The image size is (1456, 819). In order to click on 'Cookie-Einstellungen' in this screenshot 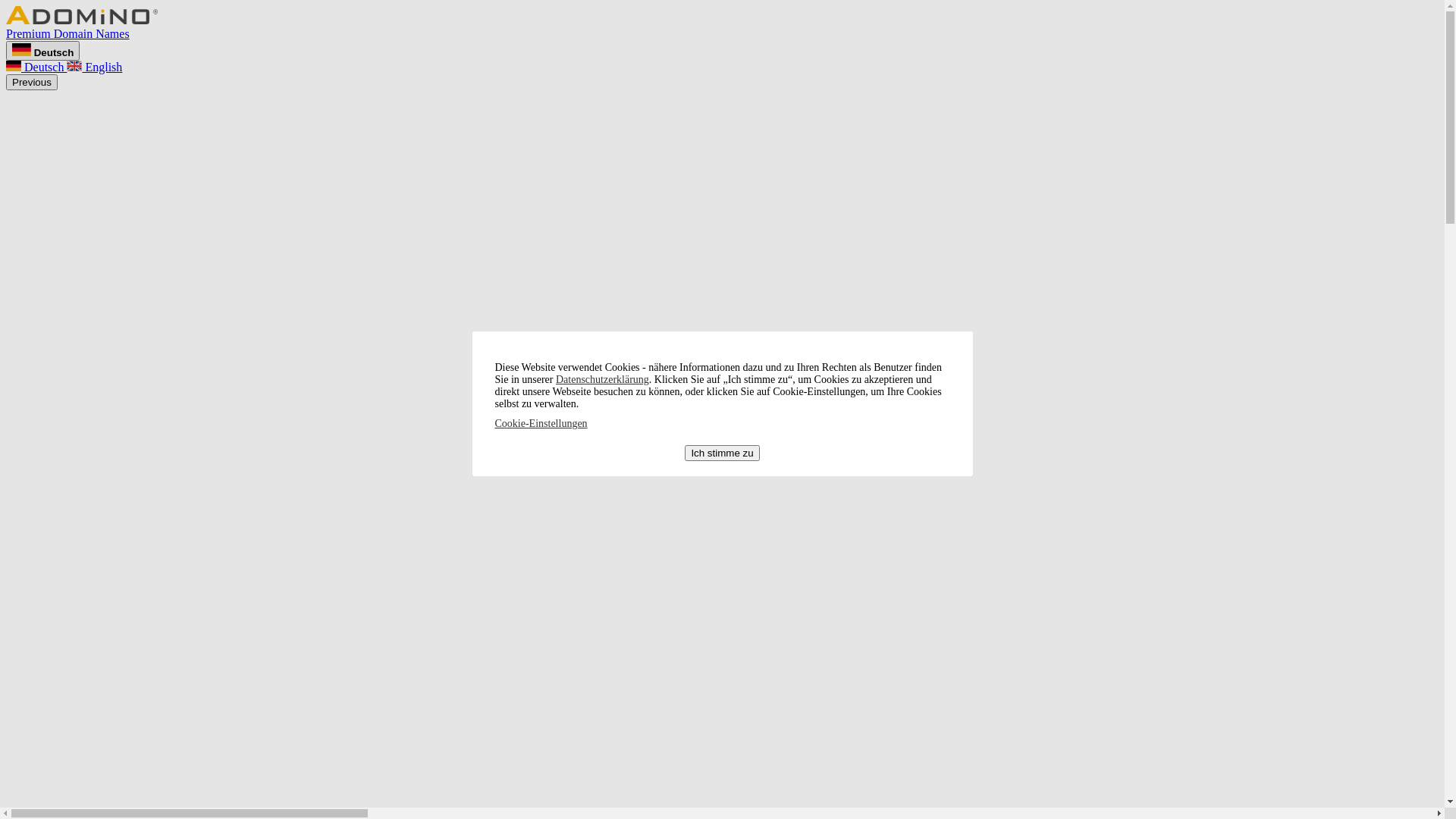, I will do `click(541, 423)`.